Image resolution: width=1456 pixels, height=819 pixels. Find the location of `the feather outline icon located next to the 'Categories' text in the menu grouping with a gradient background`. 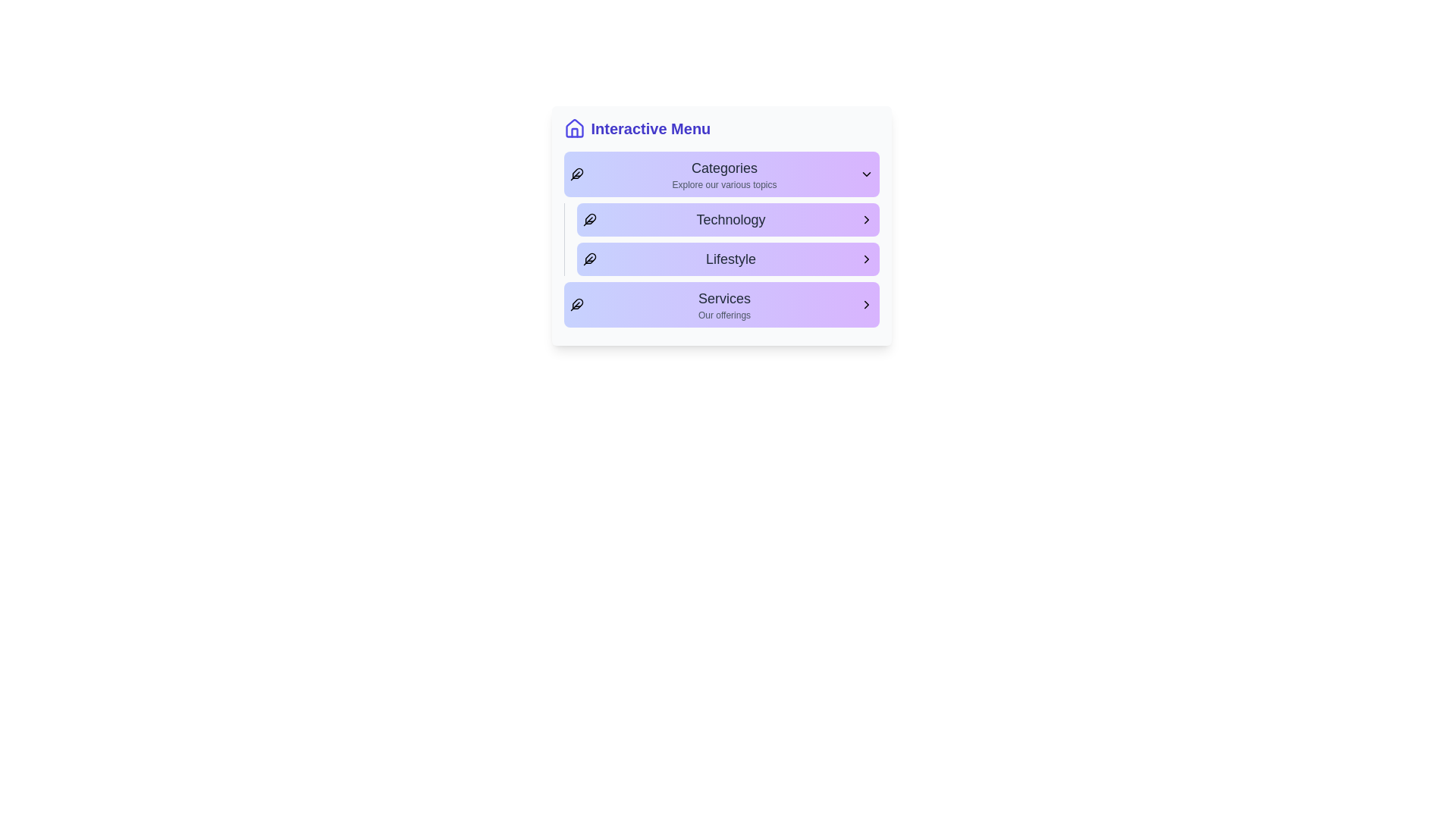

the feather outline icon located next to the 'Categories' text in the menu grouping with a gradient background is located at coordinates (576, 174).